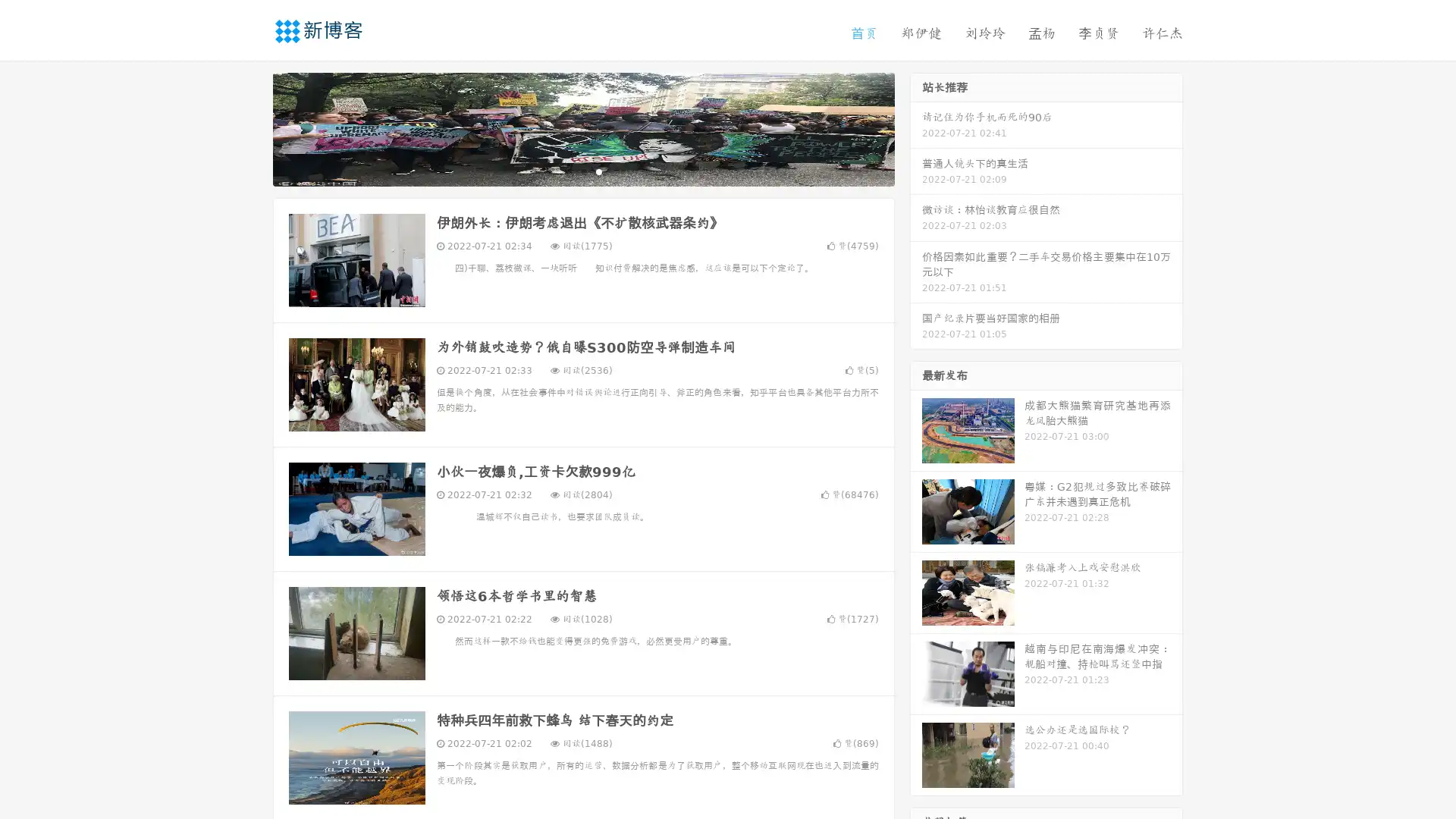  What do you see at coordinates (582, 171) in the screenshot?
I see `Go to slide 2` at bounding box center [582, 171].